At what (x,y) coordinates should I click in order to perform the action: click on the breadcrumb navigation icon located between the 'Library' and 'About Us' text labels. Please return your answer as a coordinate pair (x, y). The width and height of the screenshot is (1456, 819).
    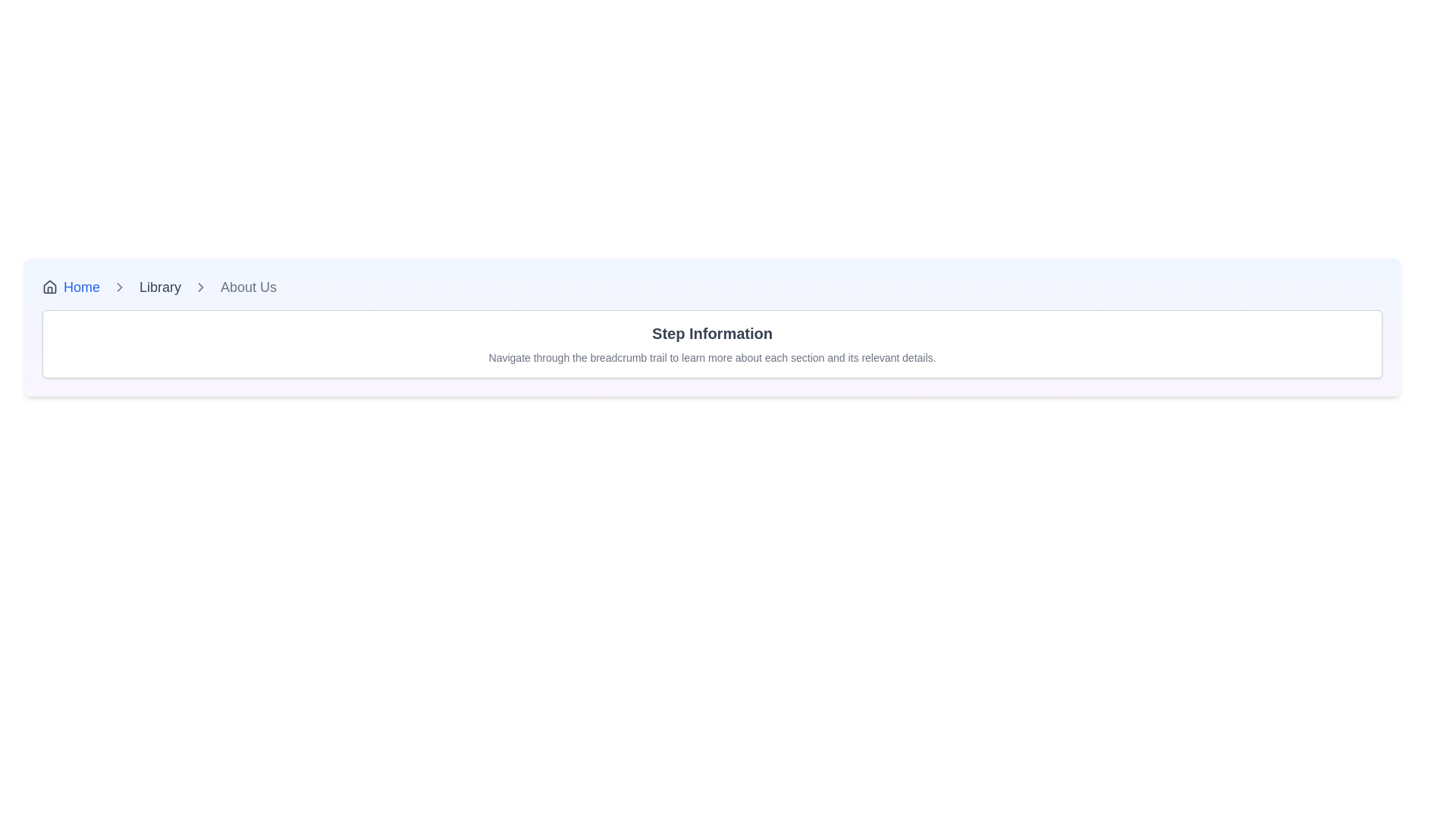
    Looking at the image, I should click on (119, 287).